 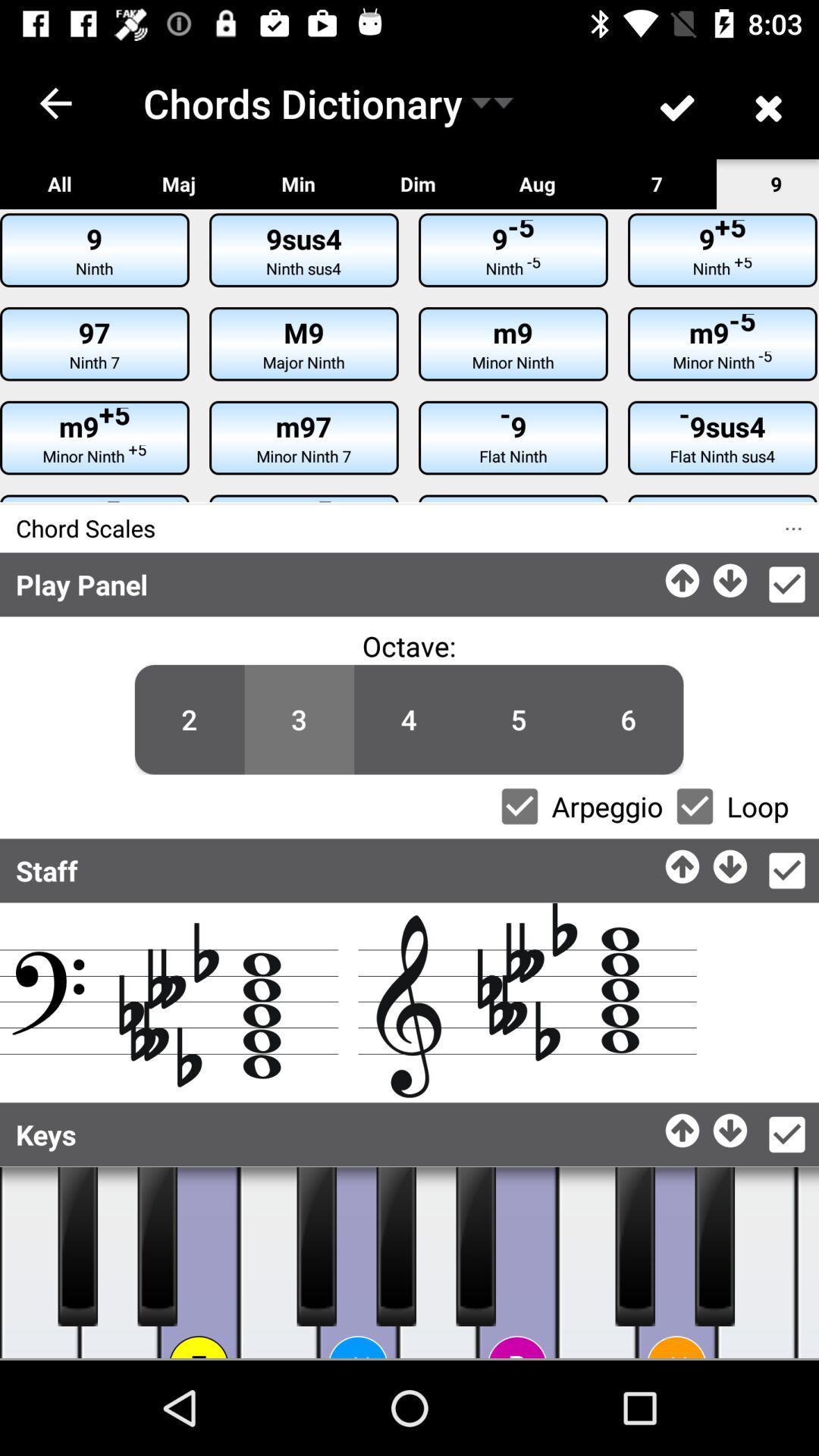 What do you see at coordinates (786, 871) in the screenshot?
I see `ok button` at bounding box center [786, 871].